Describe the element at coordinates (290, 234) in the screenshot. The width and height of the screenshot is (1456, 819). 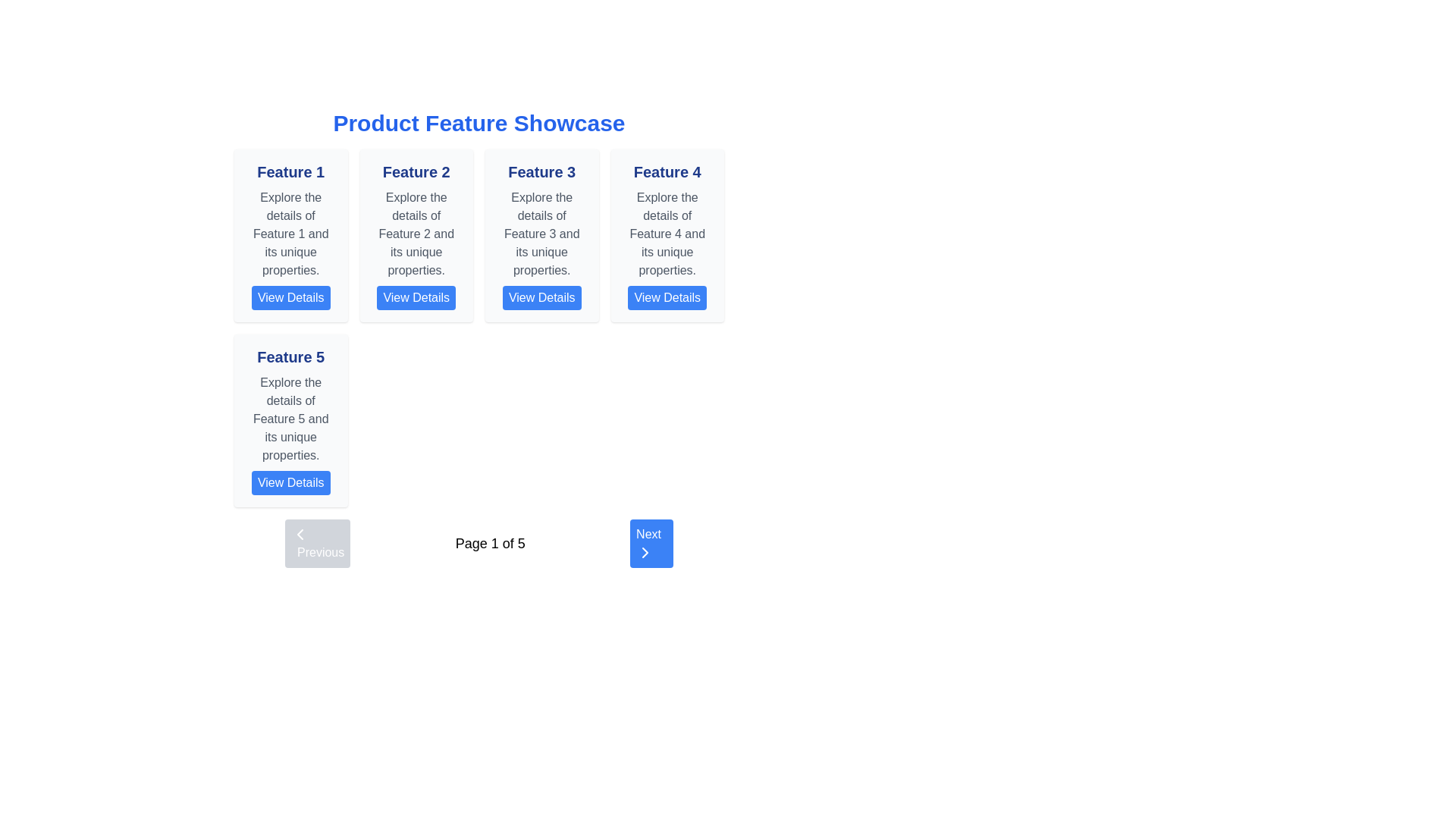
I see `the text element reading 'Explore the details of Feature 1 and its unique properties.' It is styled in gray font and located within a light gray background box under the card labeled 'Feature 1.'` at that location.